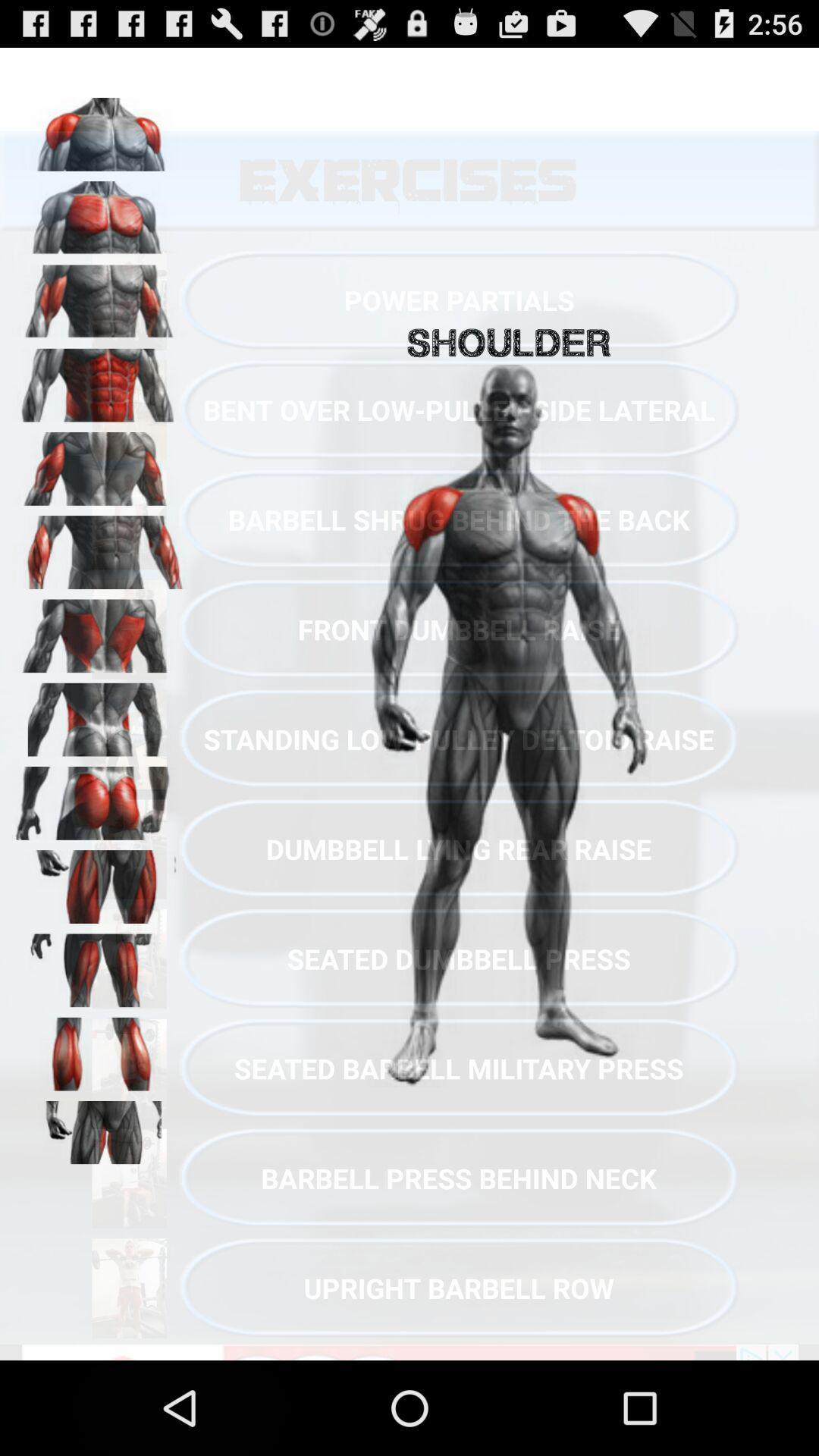 This screenshot has height=1456, width=819. What do you see at coordinates (99, 881) in the screenshot?
I see `leg` at bounding box center [99, 881].